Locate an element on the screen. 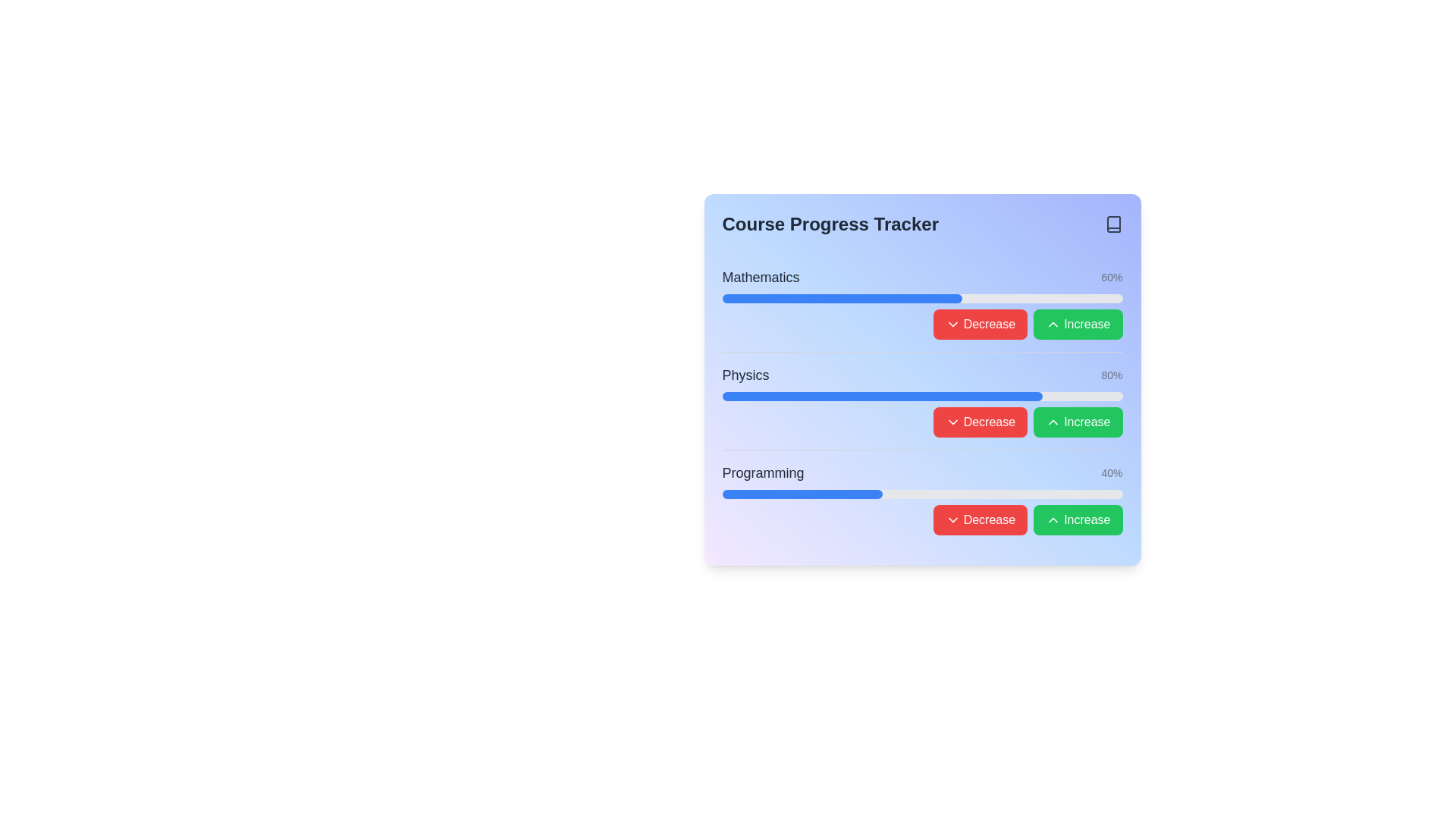 The width and height of the screenshot is (1456, 819). percentage value displayed in the light gray text label showing '40%' on a gradient blue background, located near the right edge of the 'Programming' progress tracking row is located at coordinates (1112, 472).